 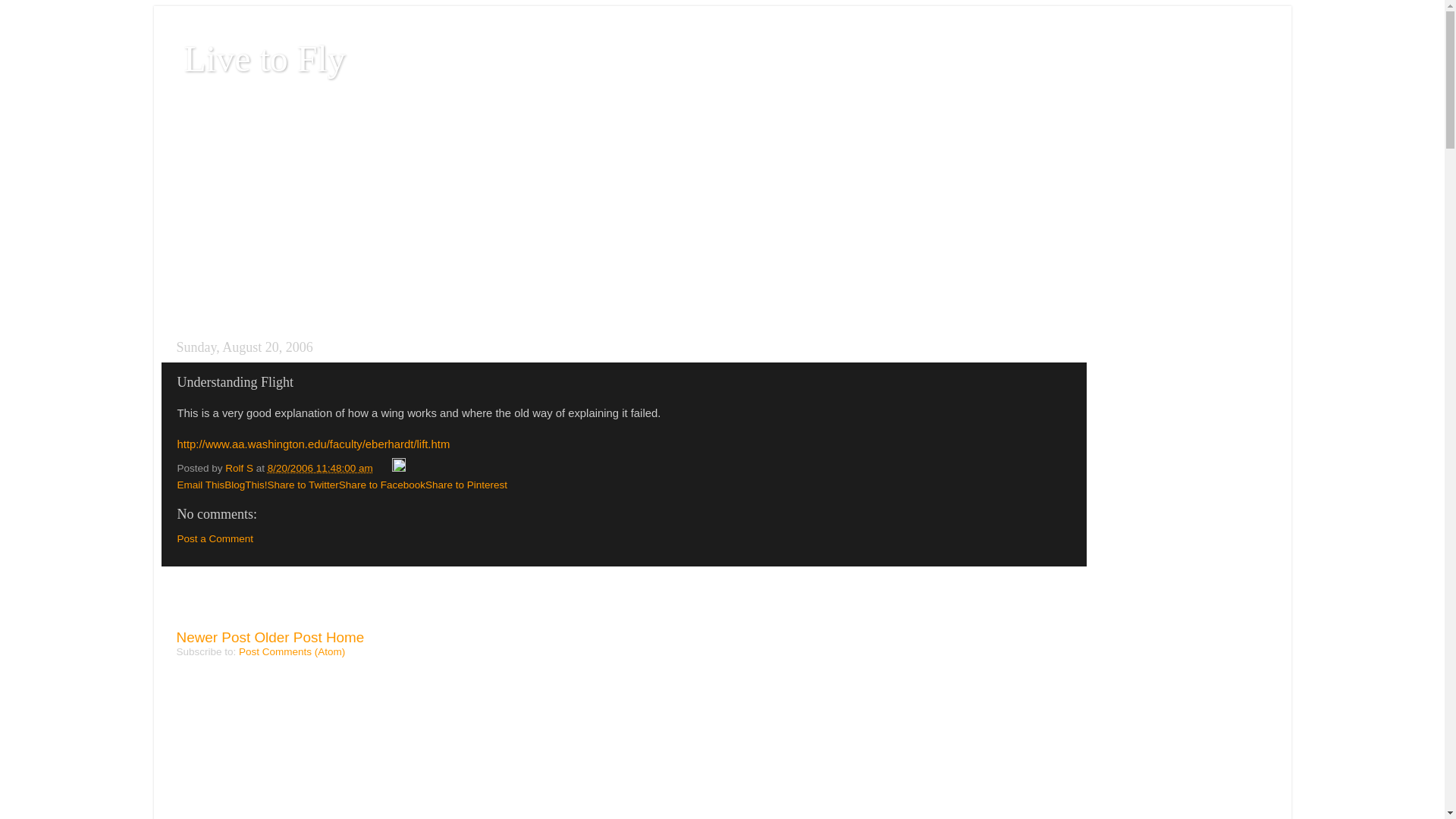 What do you see at coordinates (224, 485) in the screenshot?
I see `'BlogThis!'` at bounding box center [224, 485].